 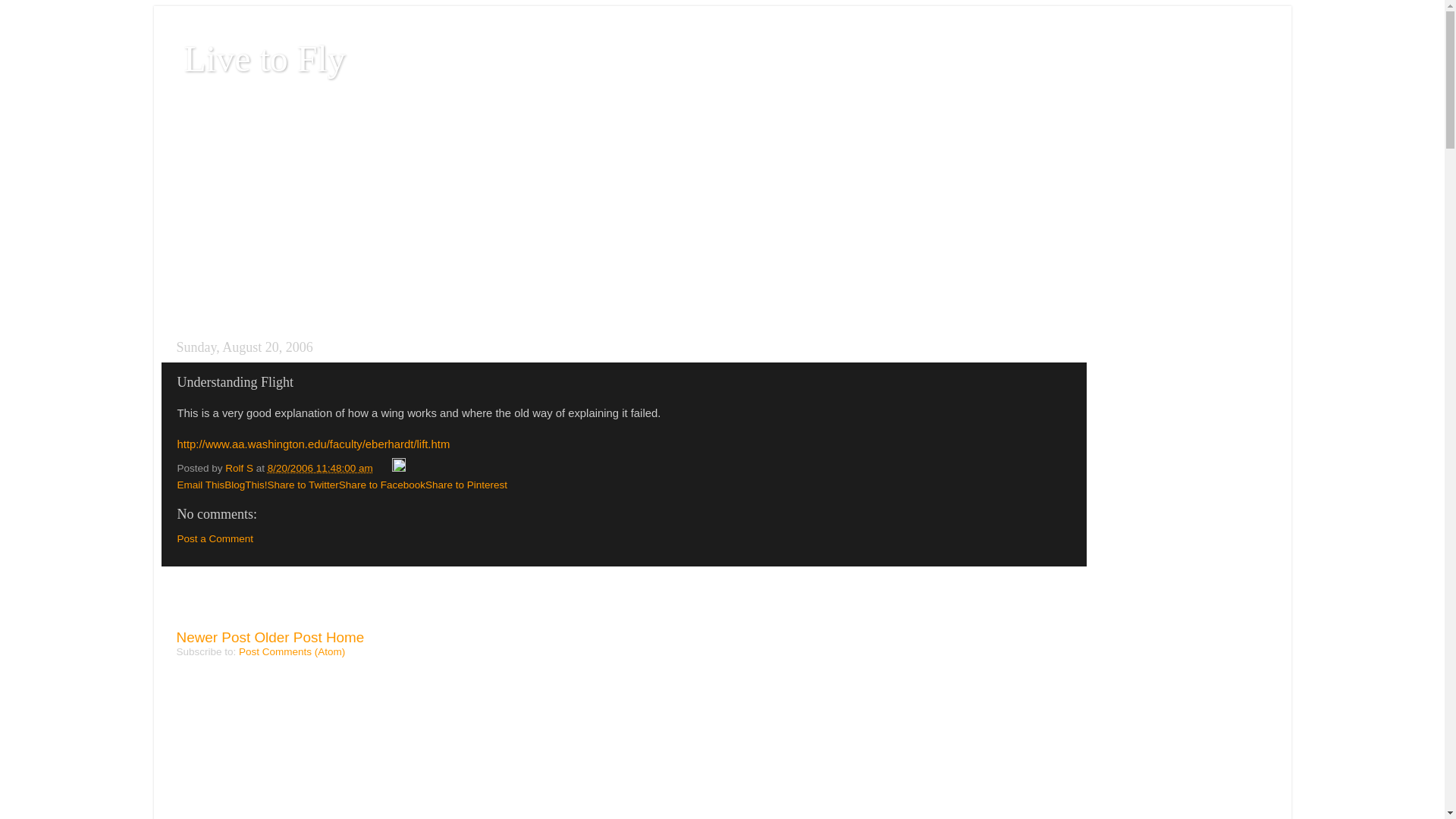 What do you see at coordinates (224, 485) in the screenshot?
I see `'BlogThis!'` at bounding box center [224, 485].